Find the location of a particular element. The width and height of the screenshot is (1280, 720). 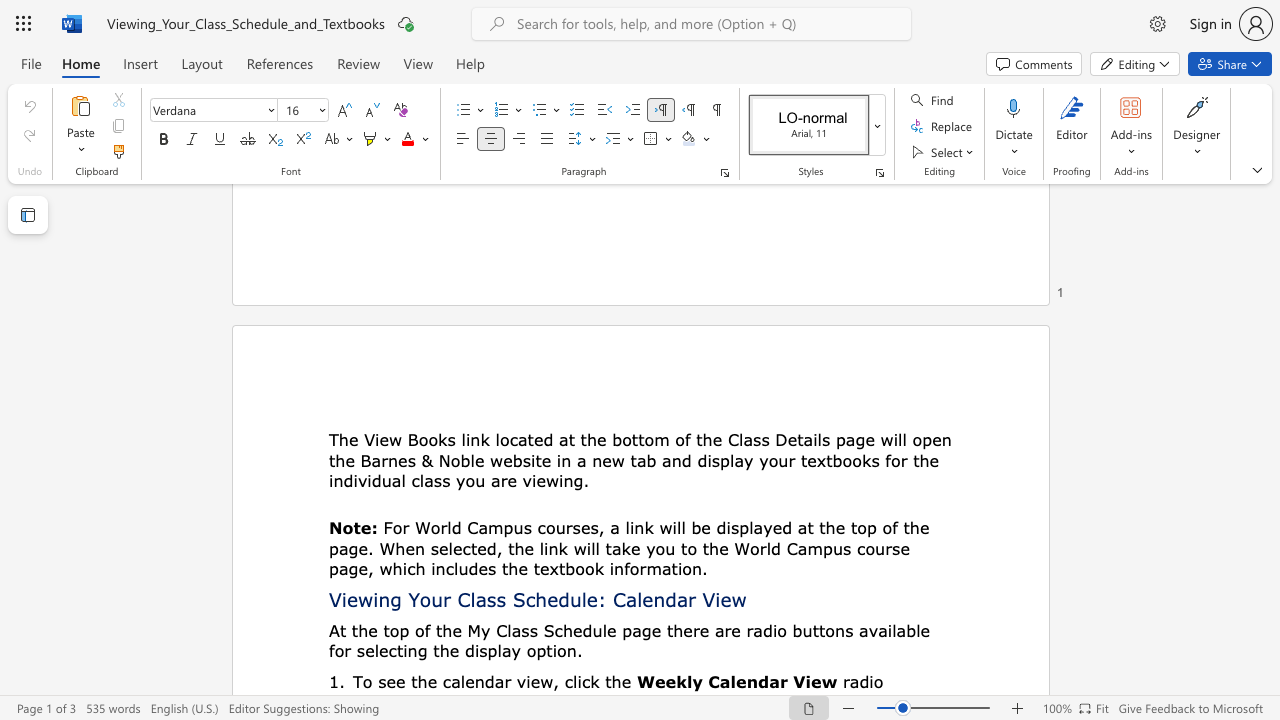

the subset text "ar View" within the text "Weekly Calendar View" is located at coordinates (768, 680).